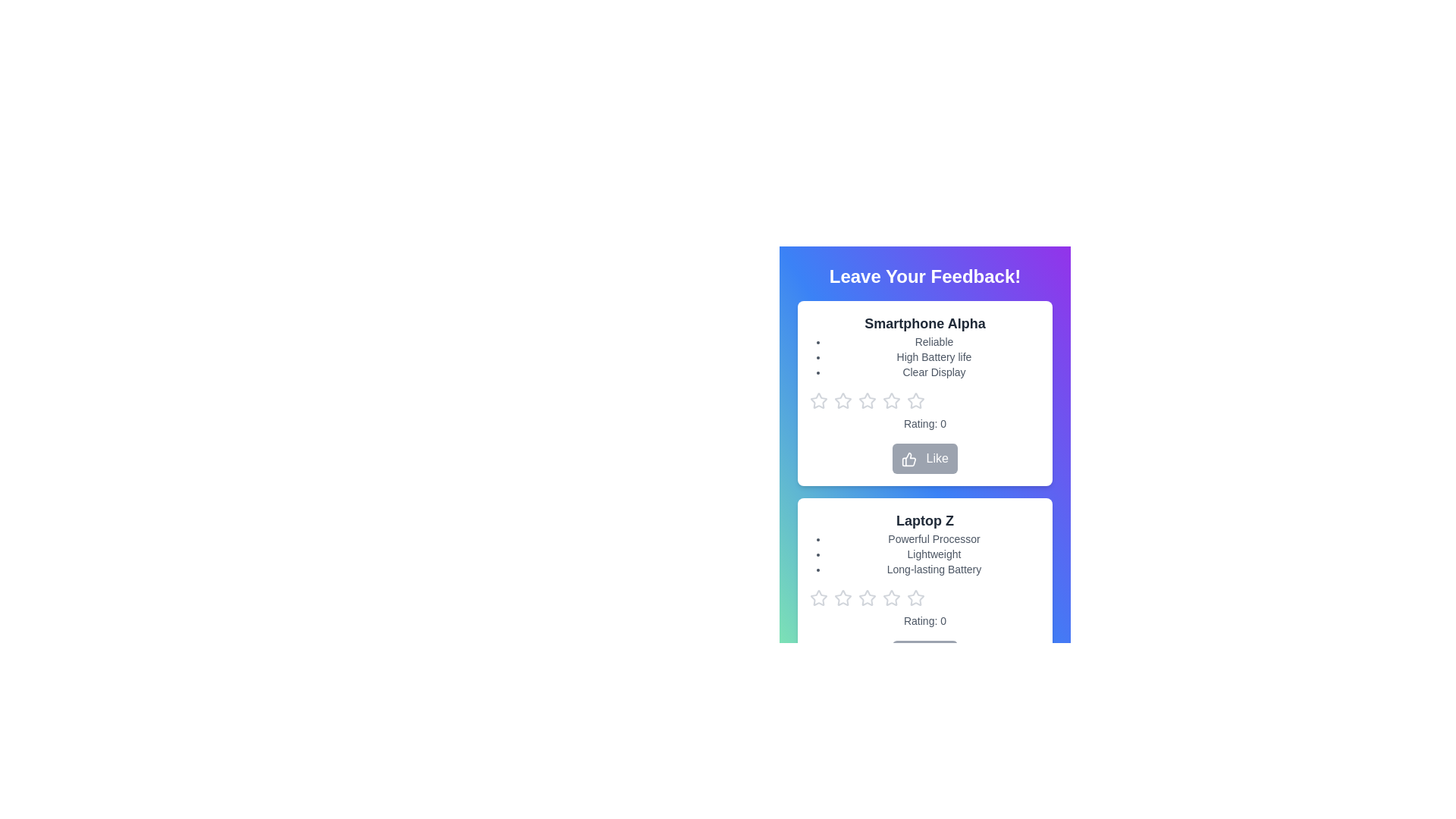 This screenshot has width=1456, height=819. What do you see at coordinates (867, 598) in the screenshot?
I see `the fourth star icon used for rating the product 'Laptop Z'` at bounding box center [867, 598].